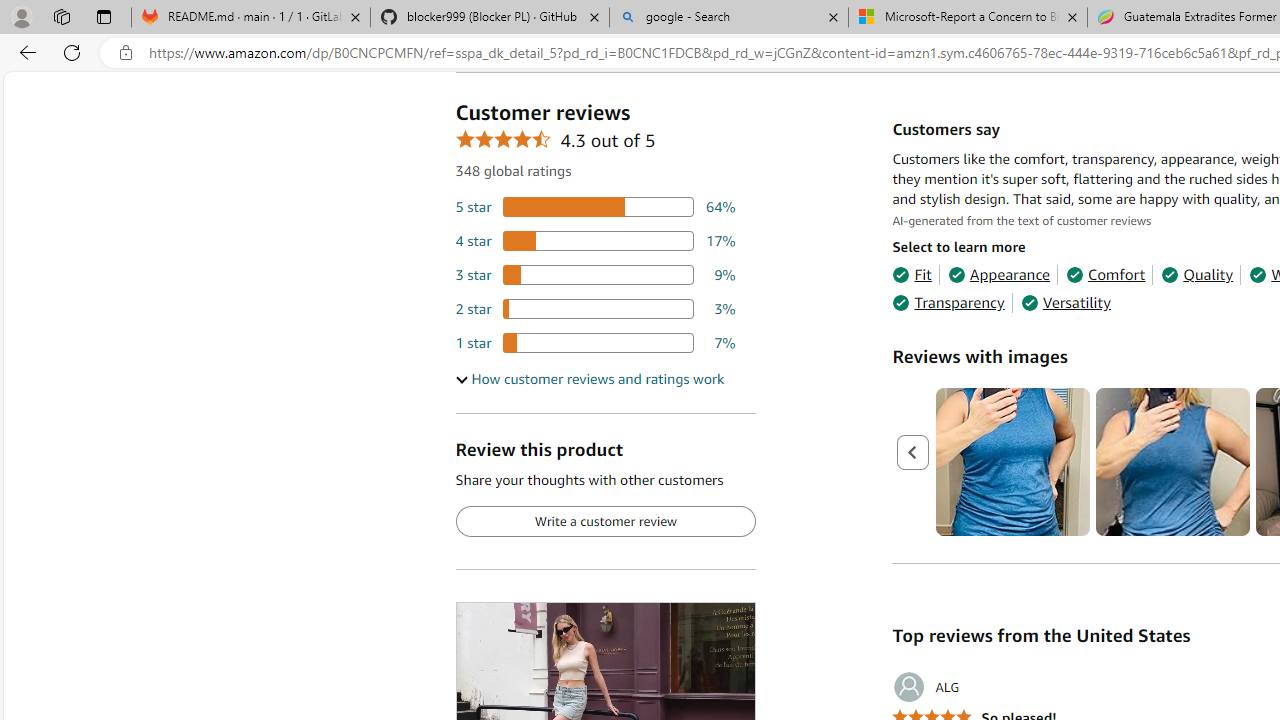 This screenshot has height=720, width=1280. I want to click on 'Quality', so click(1197, 275).